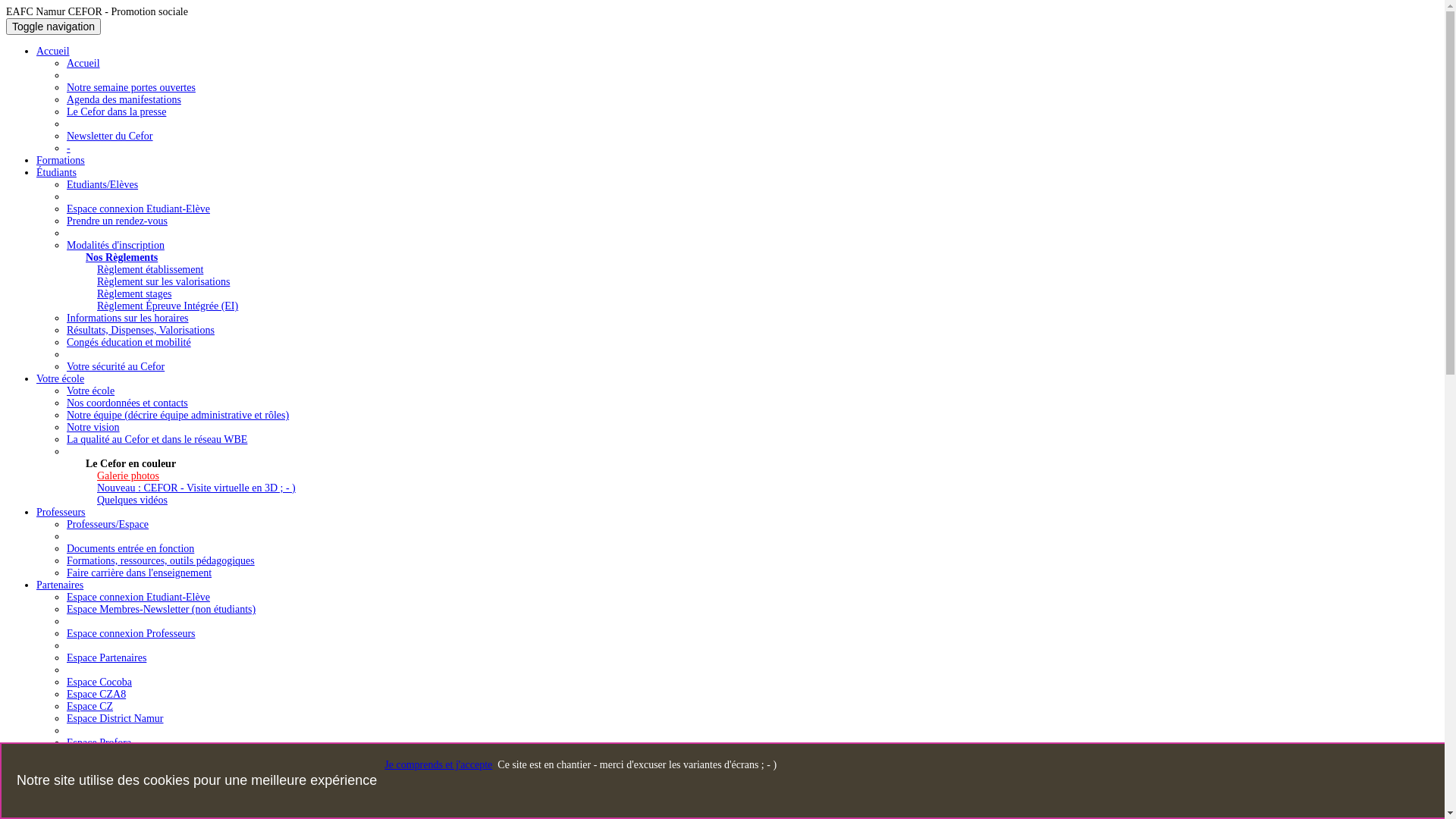 The image size is (1456, 819). I want to click on 'Espace Cocoba', so click(98, 681).